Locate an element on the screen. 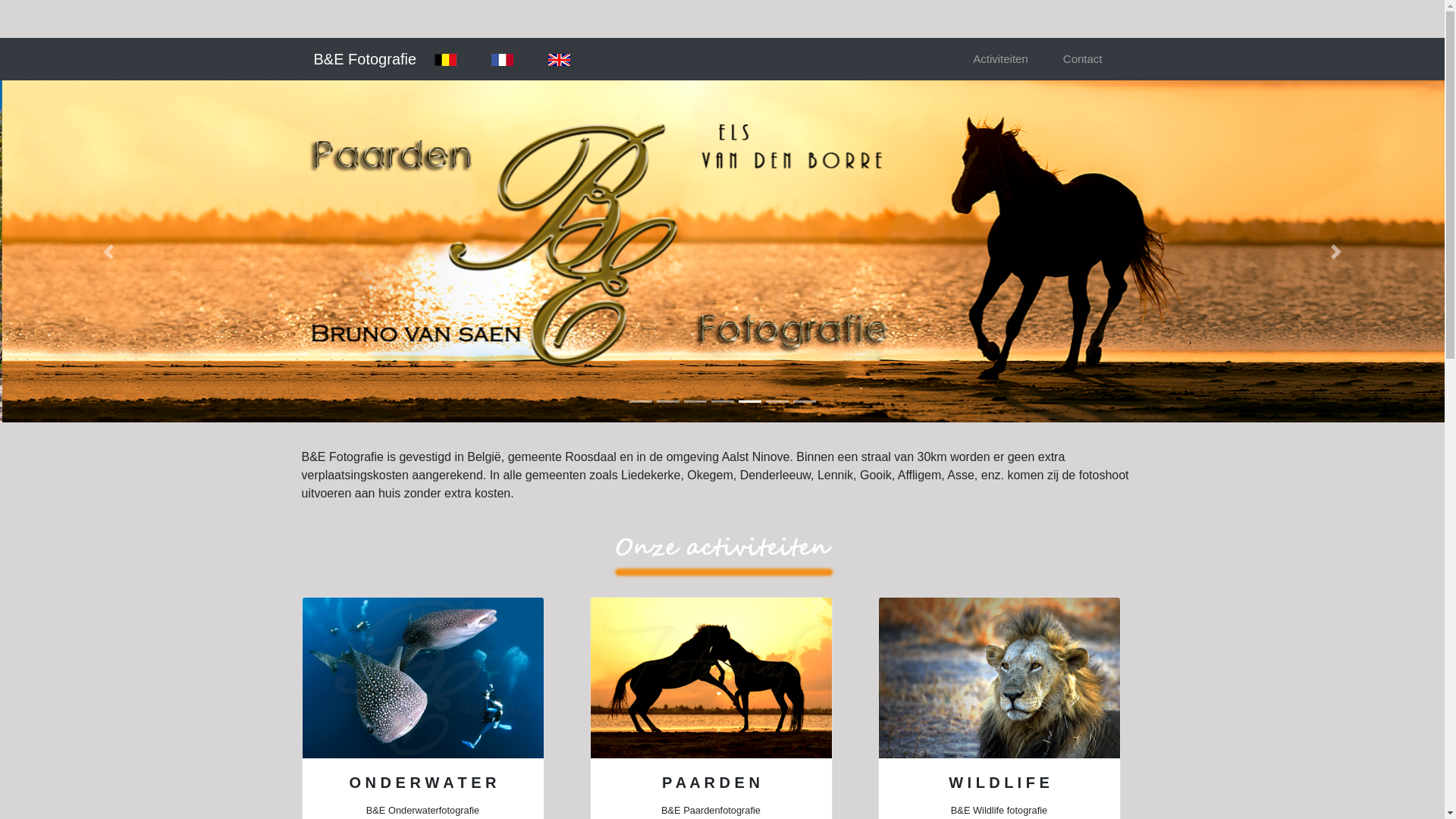 This screenshot has height=819, width=1456. 'B&E Fotografie' is located at coordinates (365, 58).